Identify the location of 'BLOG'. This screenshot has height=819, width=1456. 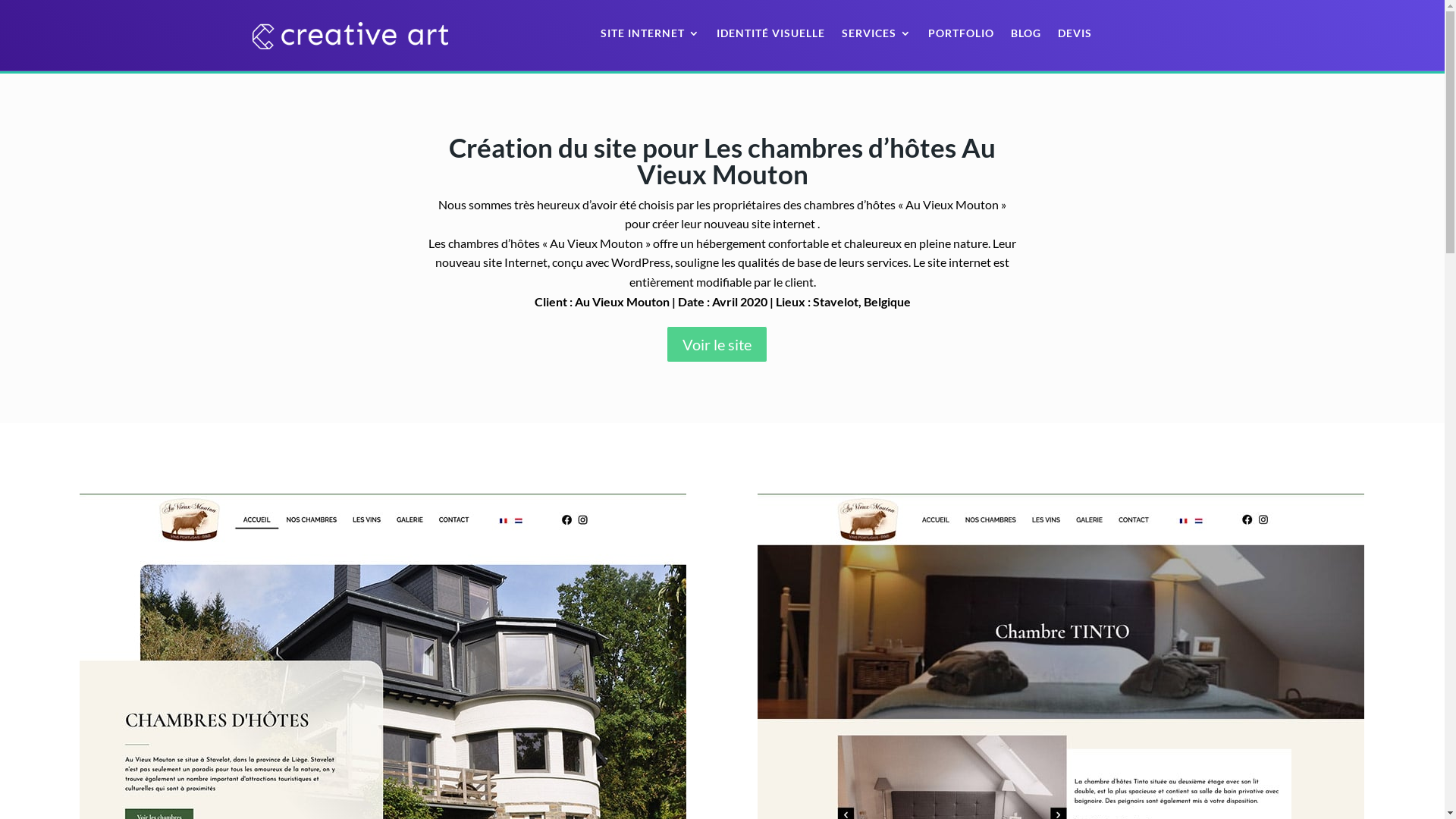
(1026, 35).